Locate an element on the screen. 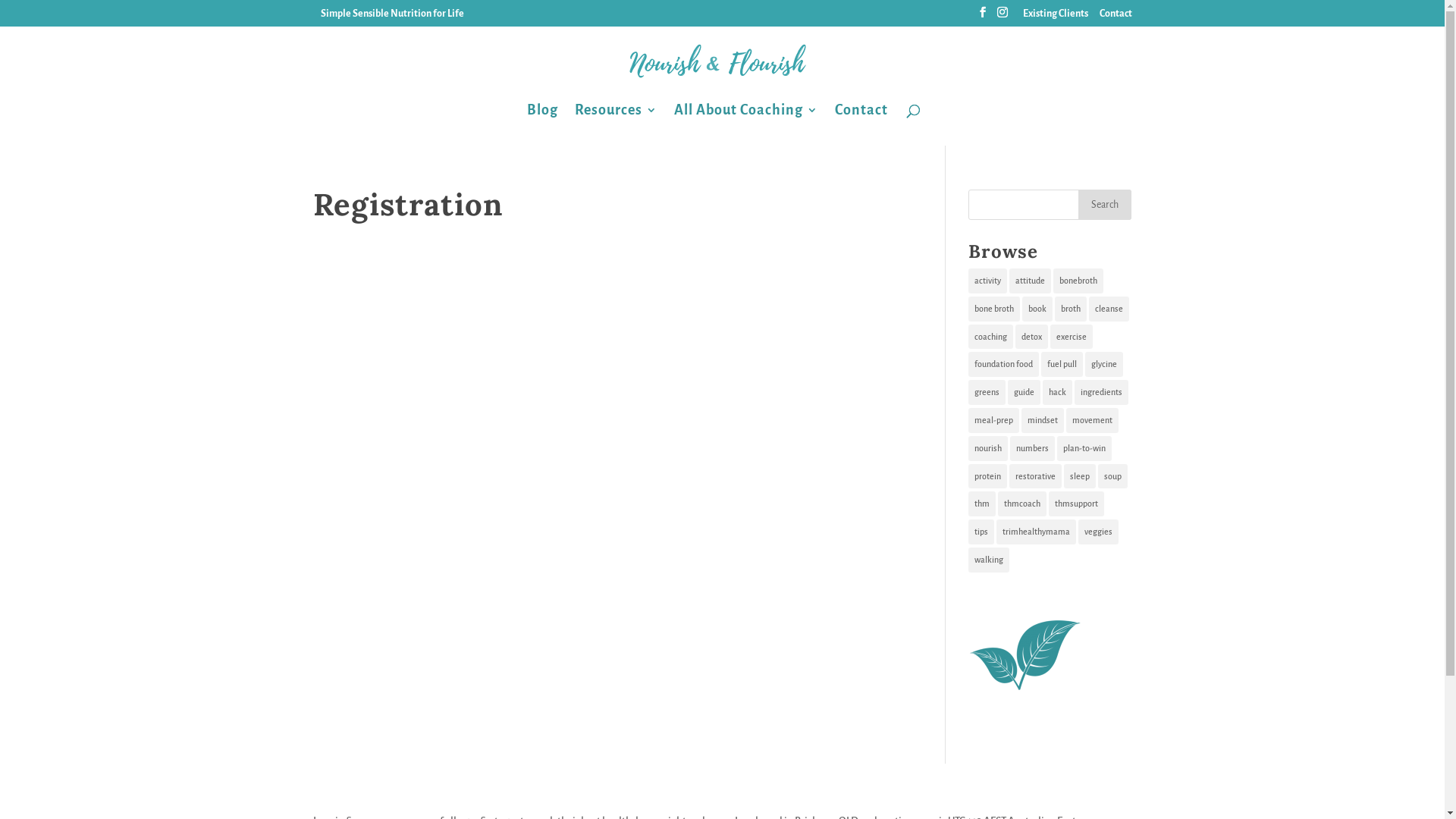 This screenshot has height=819, width=1456. 'attitude' is located at coordinates (1030, 281).